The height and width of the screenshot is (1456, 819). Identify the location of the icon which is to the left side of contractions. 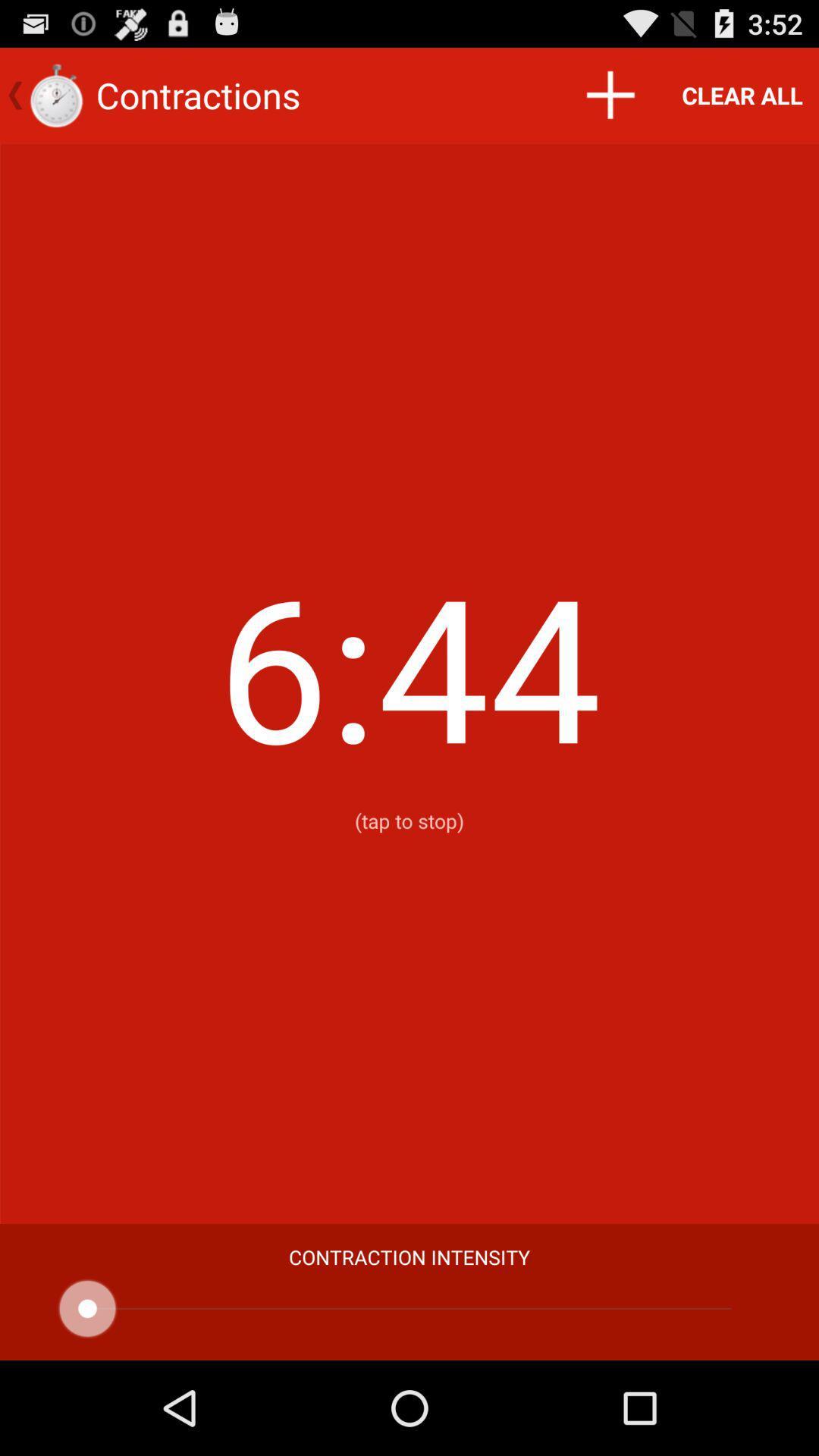
(55, 94).